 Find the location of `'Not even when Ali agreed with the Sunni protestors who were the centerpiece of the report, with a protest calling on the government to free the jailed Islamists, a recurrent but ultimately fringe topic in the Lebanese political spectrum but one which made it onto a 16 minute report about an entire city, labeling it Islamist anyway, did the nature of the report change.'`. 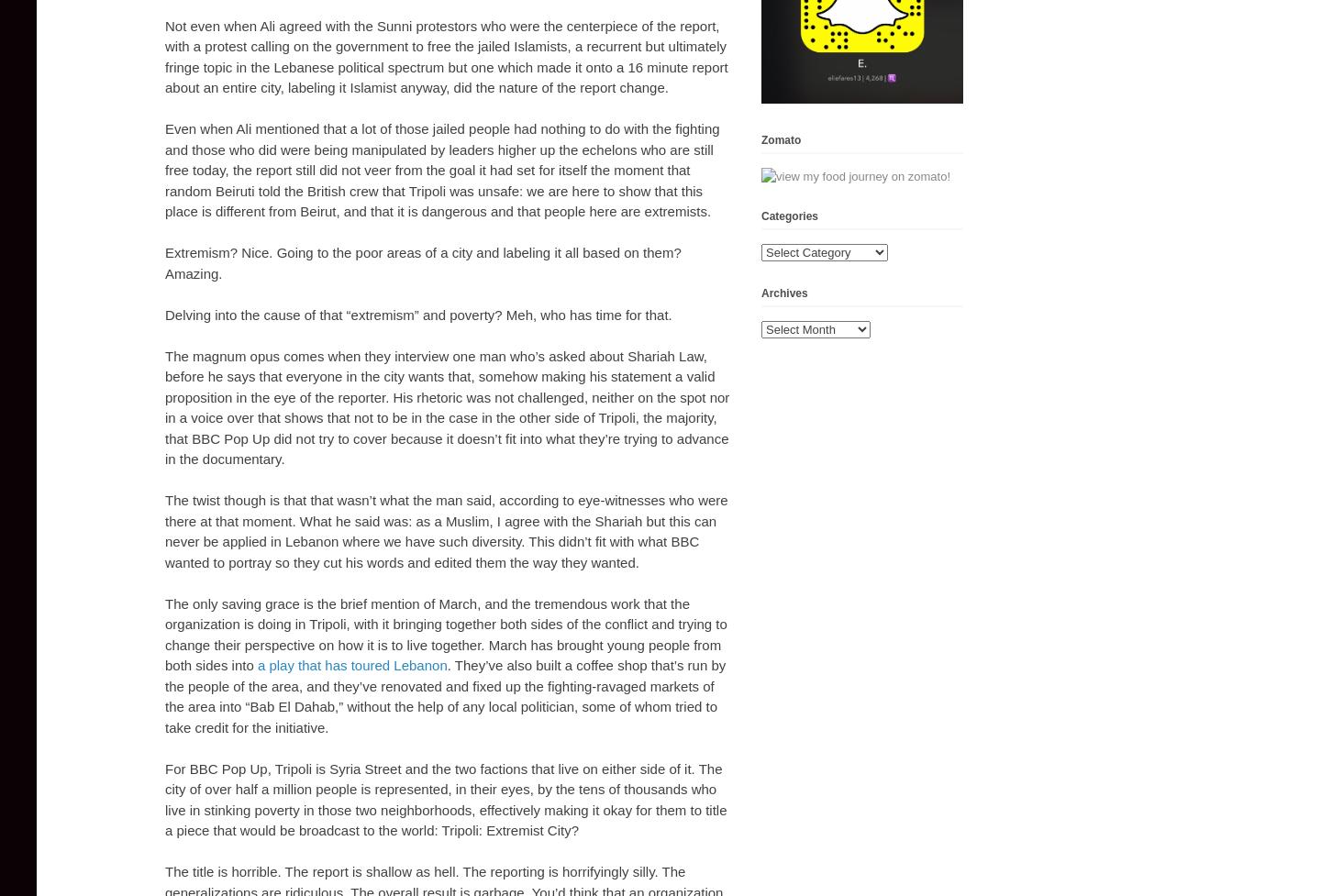

'Not even when Ali agreed with the Sunni protestors who were the centerpiece of the report, with a protest calling on the government to free the jailed Islamists, a recurrent but ultimately fringe topic in the Lebanese political spectrum but one which made it onto a 16 minute report about an entire city, labeling it Islamist anyway, did the nature of the report change.' is located at coordinates (445, 56).